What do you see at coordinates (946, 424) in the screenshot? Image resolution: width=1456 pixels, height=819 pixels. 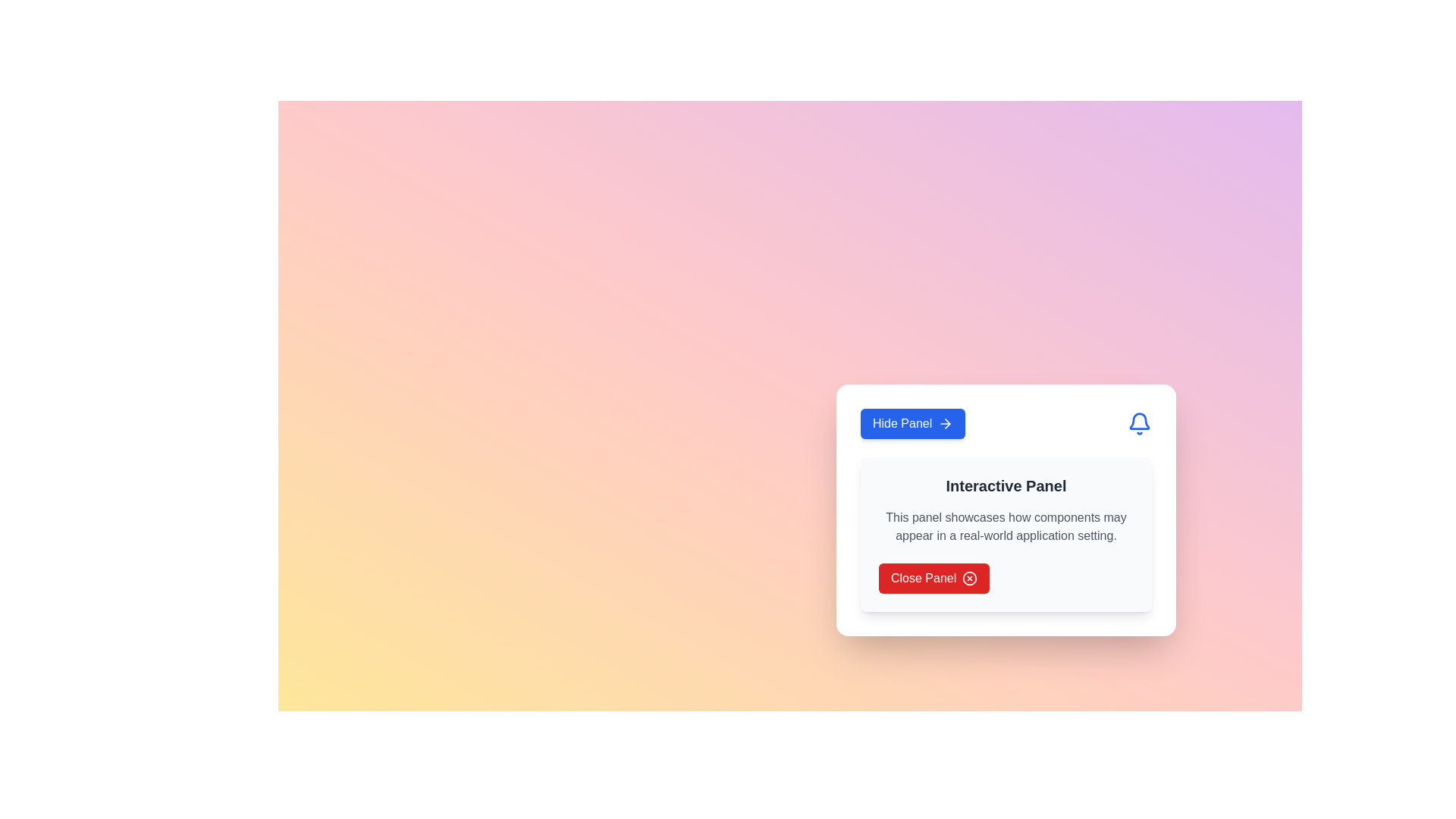 I see `the forward icon located to the right of the 'Hide Panel' button in the upper-left corner of the main interactive panel` at bounding box center [946, 424].